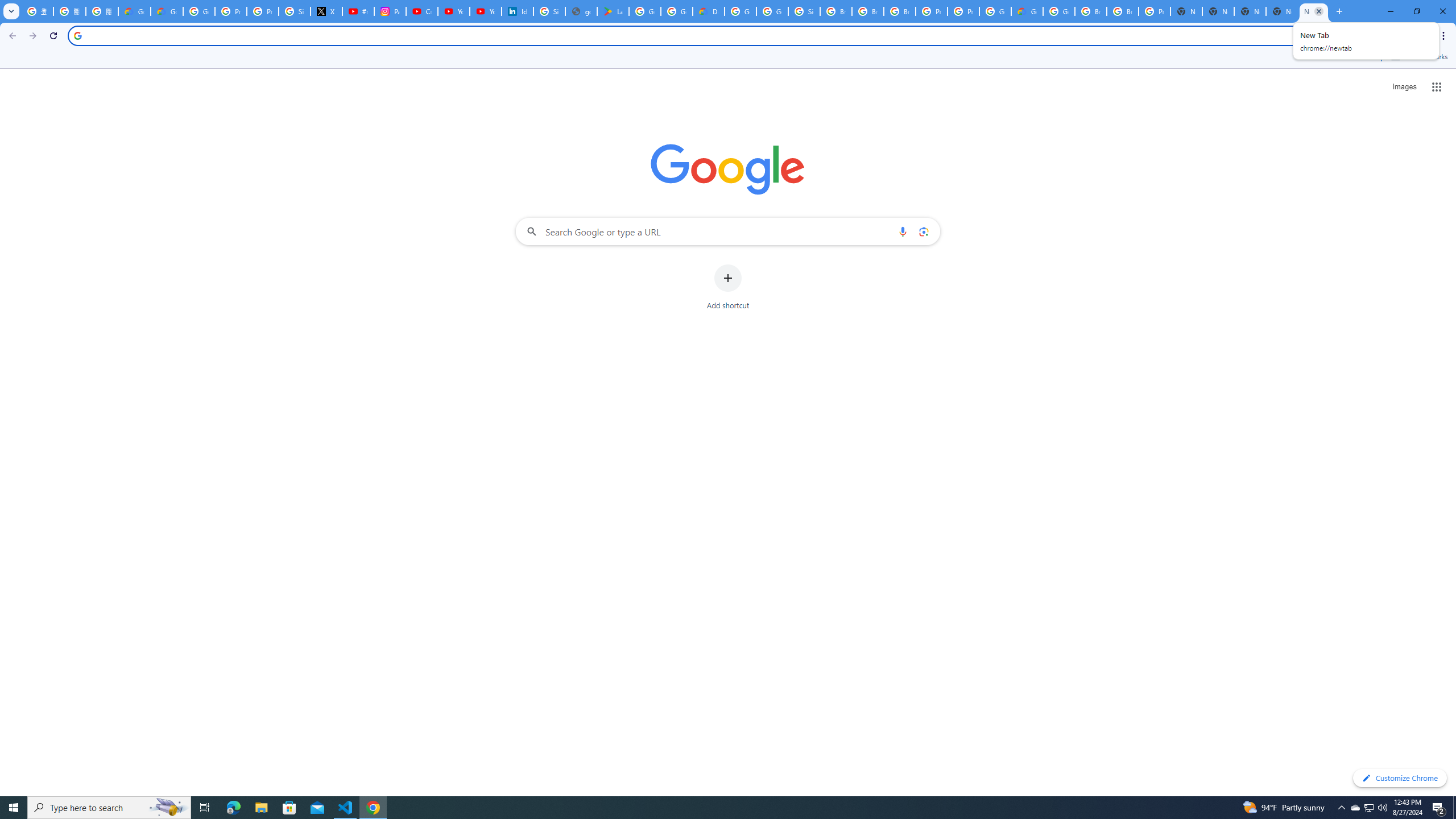 The image size is (1456, 819). Describe the element at coordinates (728, 230) in the screenshot. I see `'Search Google or type a URL'` at that location.